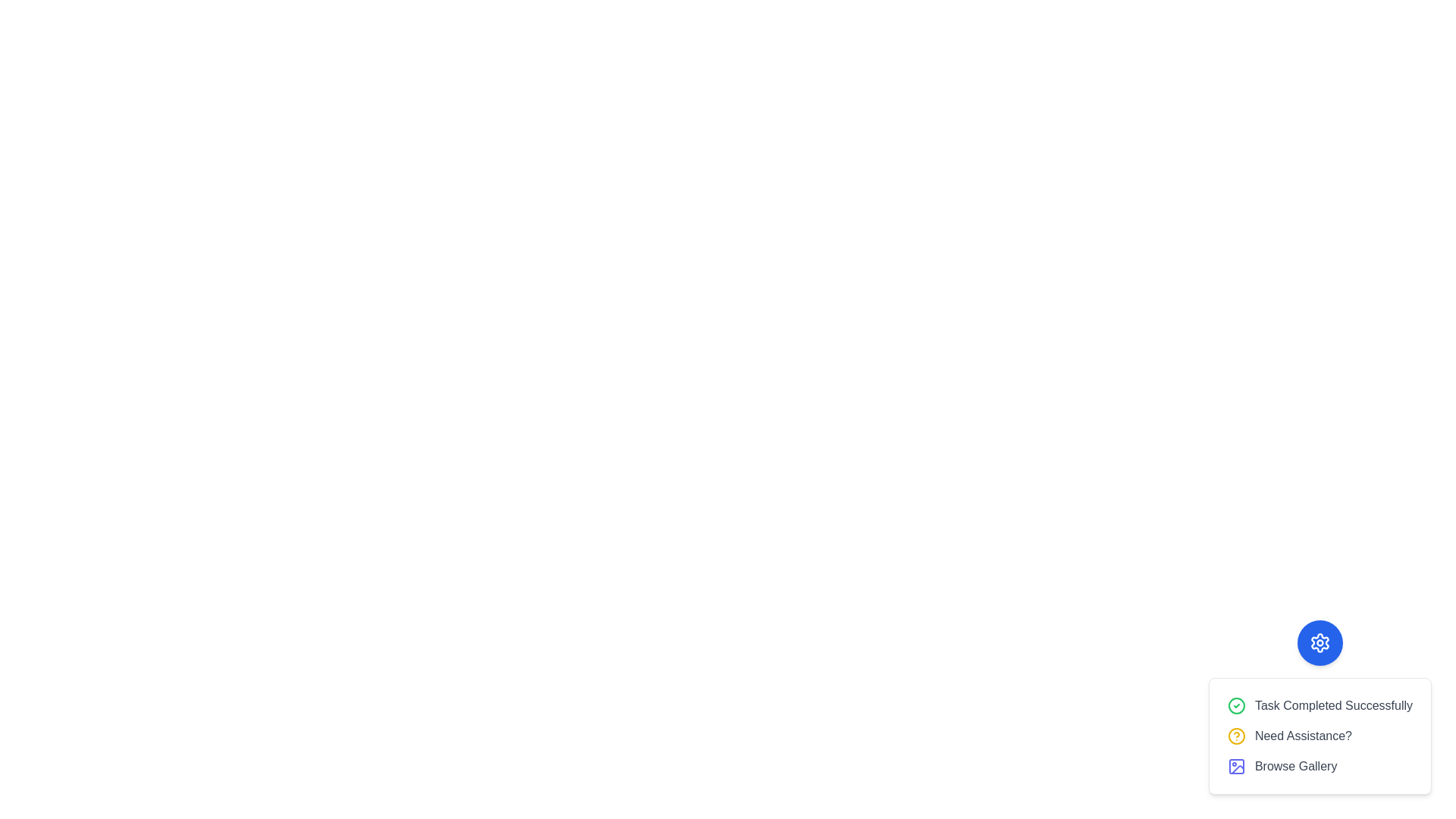 This screenshot has width=1456, height=819. What do you see at coordinates (1236, 736) in the screenshot?
I see `the informational icon located on the left side of the 'Need Assistance?' text` at bounding box center [1236, 736].